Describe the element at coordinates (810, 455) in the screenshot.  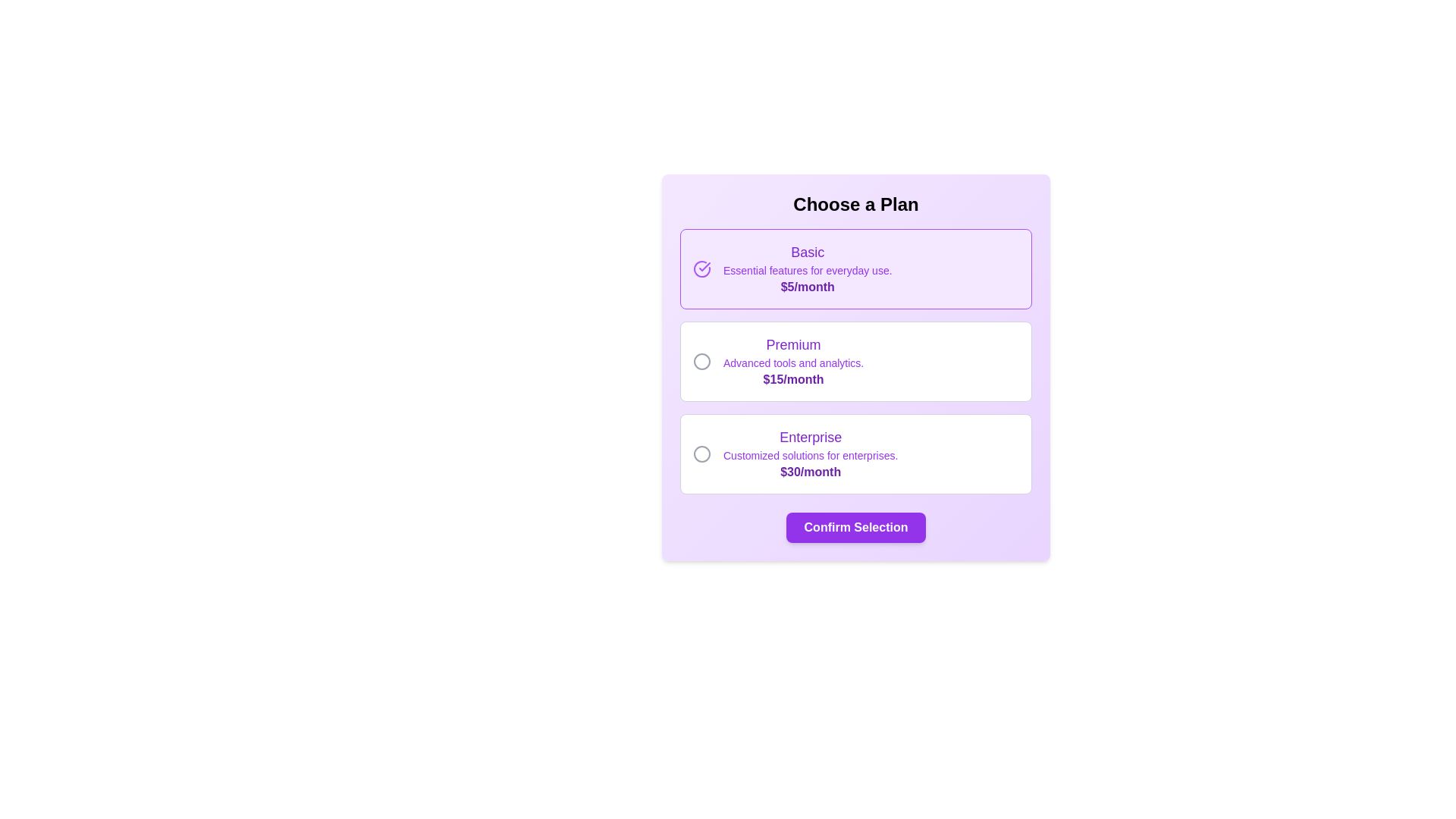
I see `the textual label that states 'Customized solutions for enterprises.' located in the lower section of the 'Enterprise' plan box` at that location.